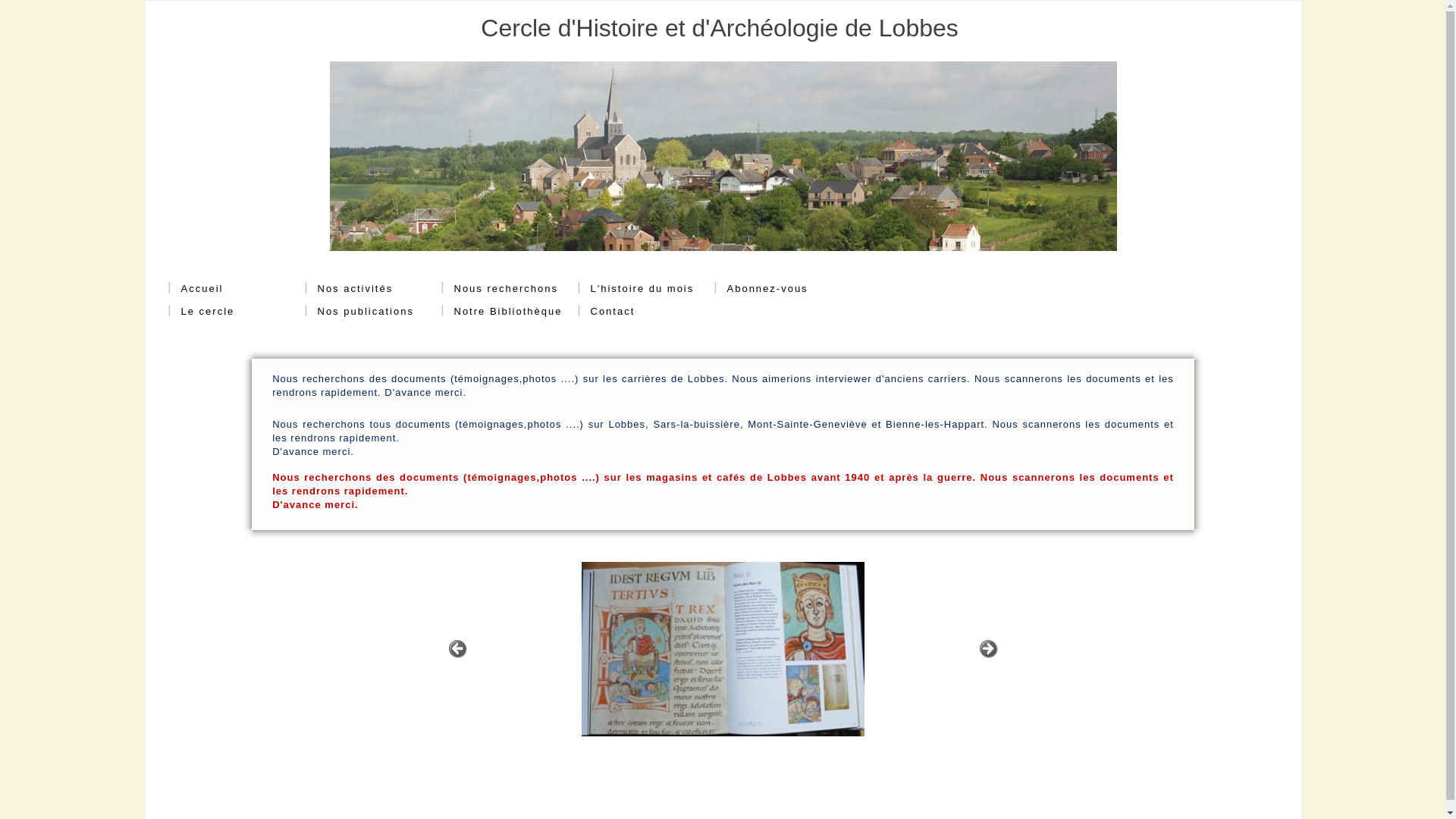 This screenshot has width=1456, height=819. Describe the element at coordinates (607, 311) in the screenshot. I see `'Contact'` at that location.